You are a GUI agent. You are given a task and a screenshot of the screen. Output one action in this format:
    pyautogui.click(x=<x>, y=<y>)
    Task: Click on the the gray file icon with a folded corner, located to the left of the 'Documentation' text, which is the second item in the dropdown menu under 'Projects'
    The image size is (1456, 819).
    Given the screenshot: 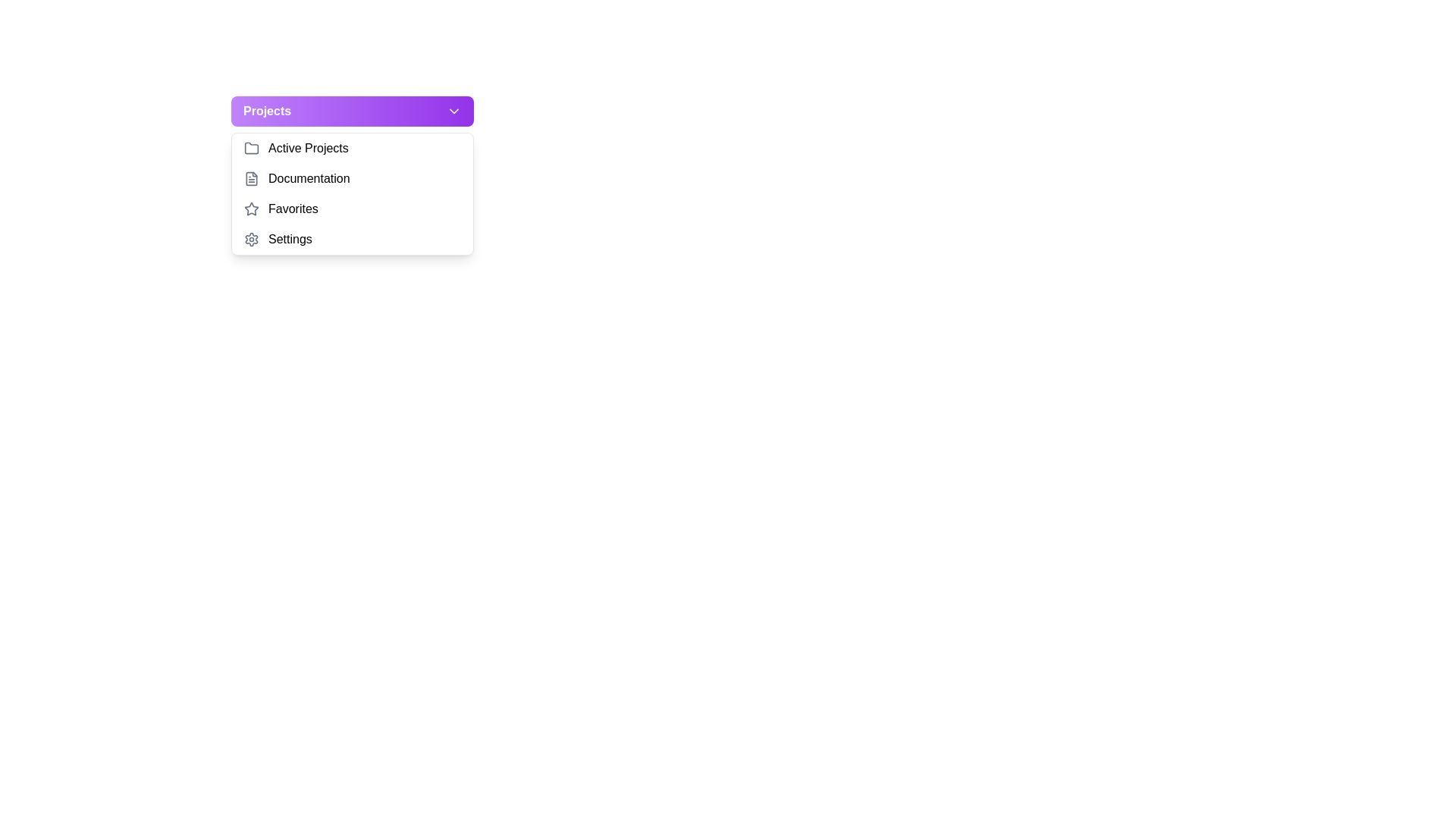 What is the action you would take?
    pyautogui.click(x=251, y=177)
    